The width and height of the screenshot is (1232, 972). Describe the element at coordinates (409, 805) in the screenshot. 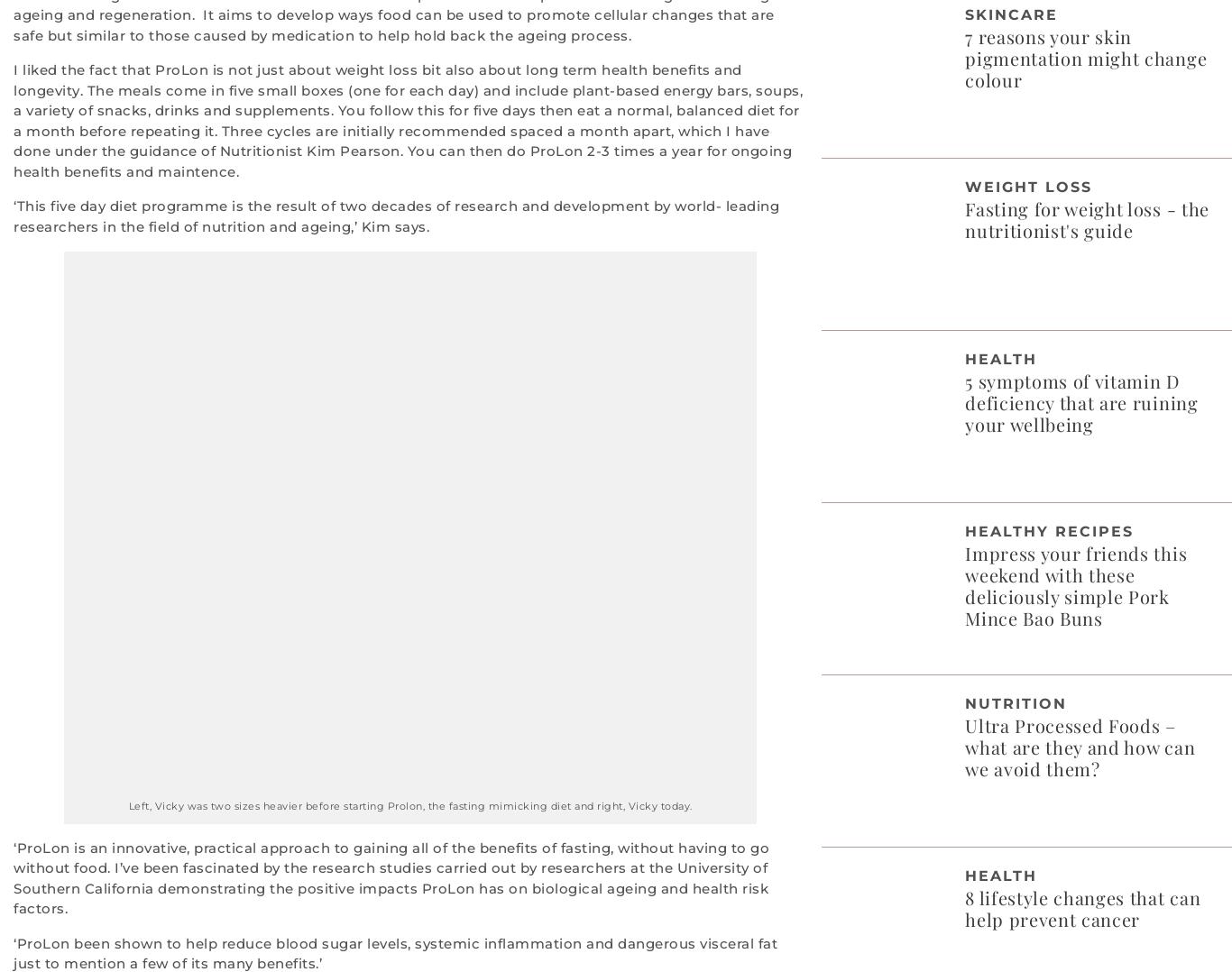

I see `'Left, Vicky was two sizes heavier before starting Prolon, the fasting mimicking diet and right, Vicky today.'` at that location.